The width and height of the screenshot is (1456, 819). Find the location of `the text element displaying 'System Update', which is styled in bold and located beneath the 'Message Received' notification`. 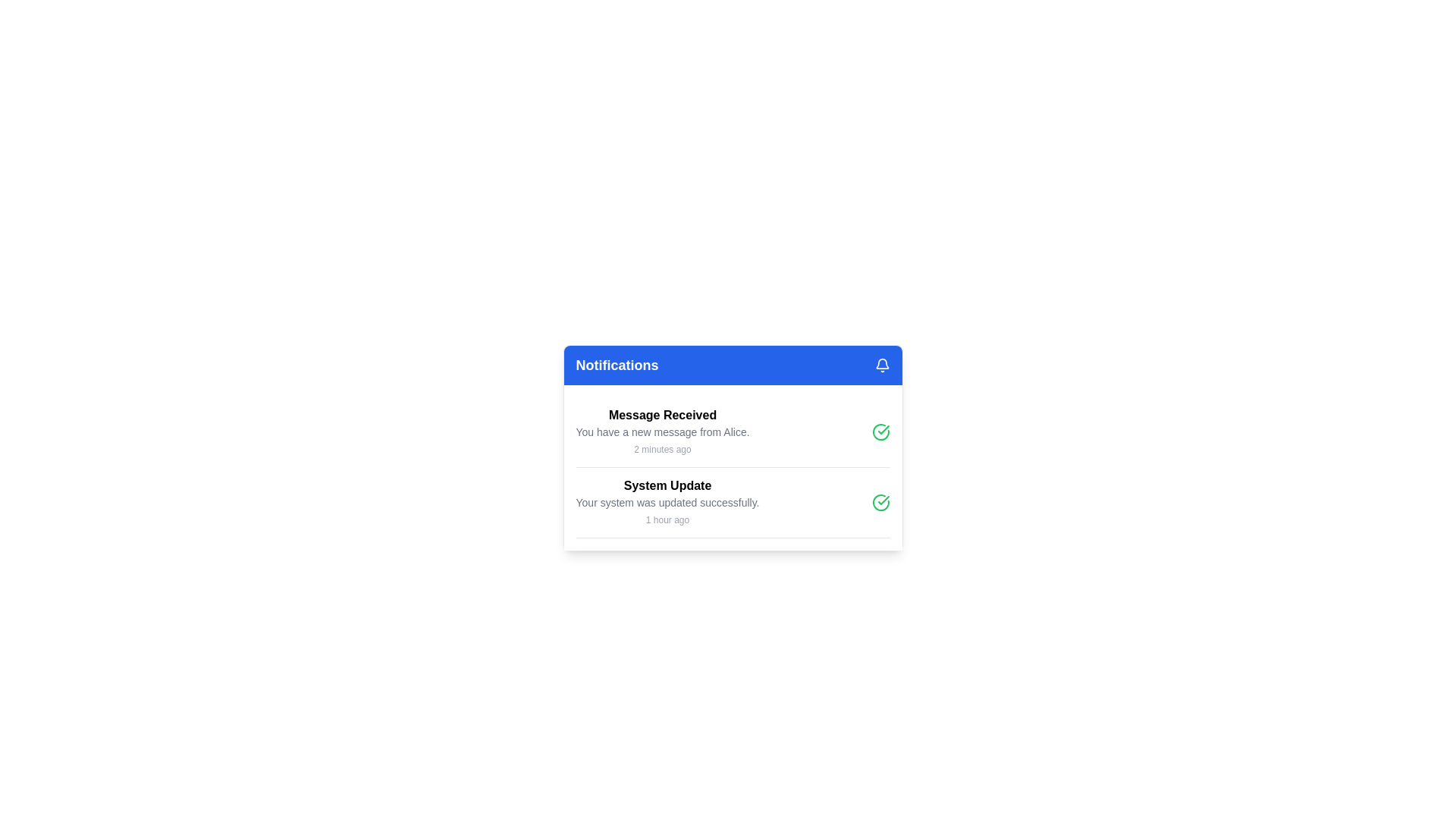

the text element displaying 'System Update', which is styled in bold and located beneath the 'Message Received' notification is located at coordinates (667, 485).